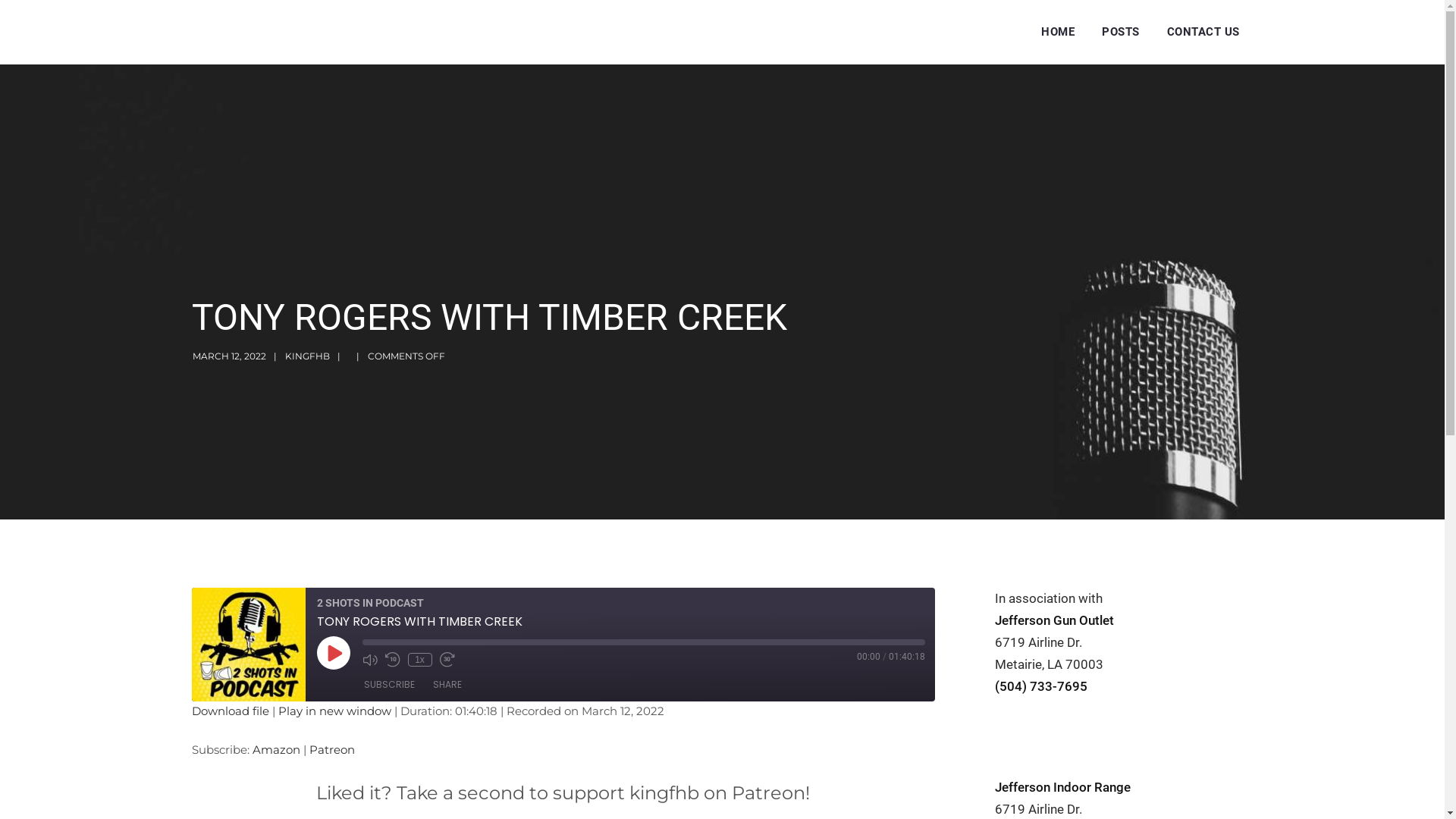 This screenshot has width=1456, height=819. What do you see at coordinates (439, 659) in the screenshot?
I see `'Fast Forward 30 seconds'` at bounding box center [439, 659].